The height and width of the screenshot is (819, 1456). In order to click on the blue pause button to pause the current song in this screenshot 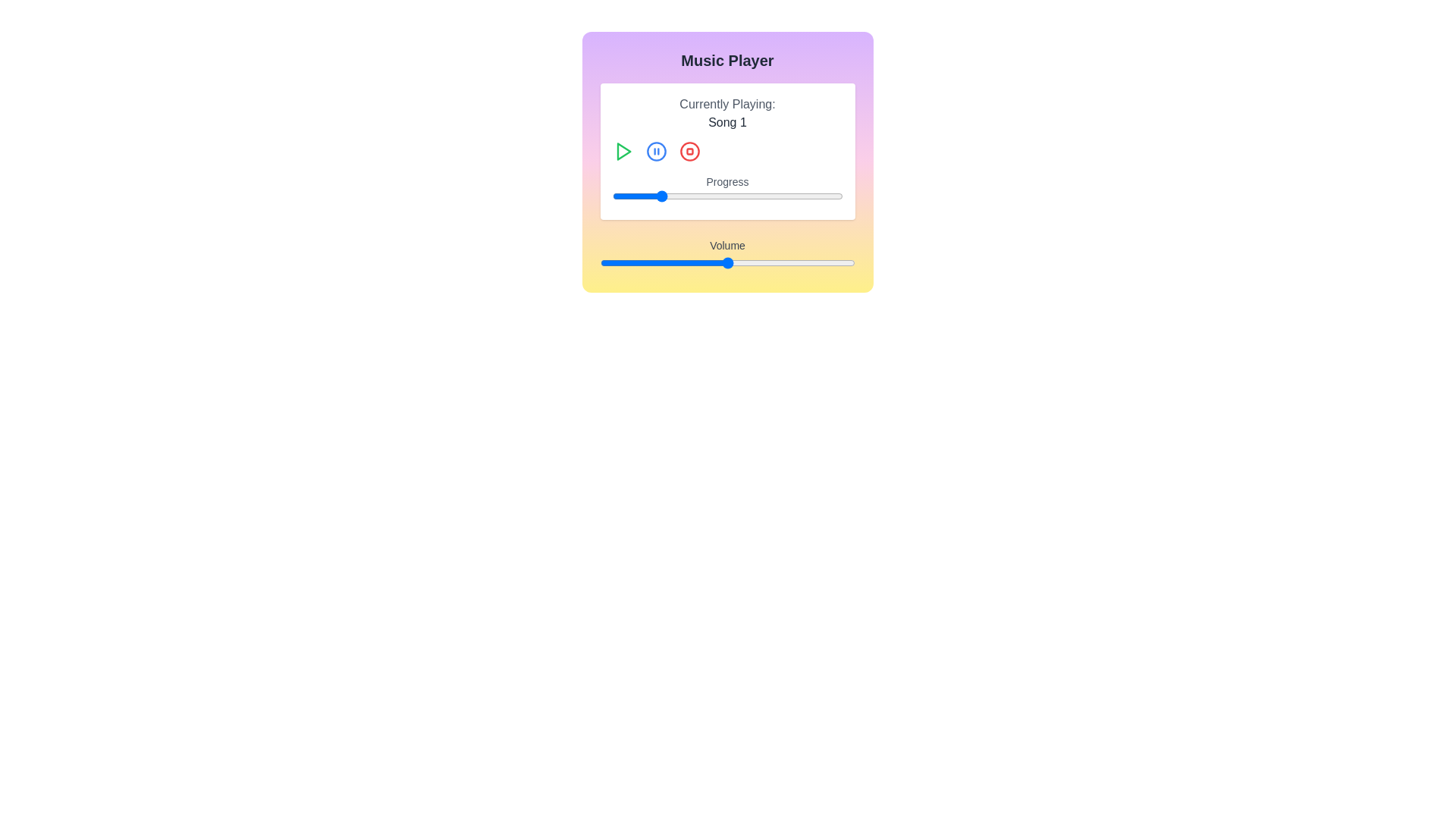, I will do `click(656, 152)`.